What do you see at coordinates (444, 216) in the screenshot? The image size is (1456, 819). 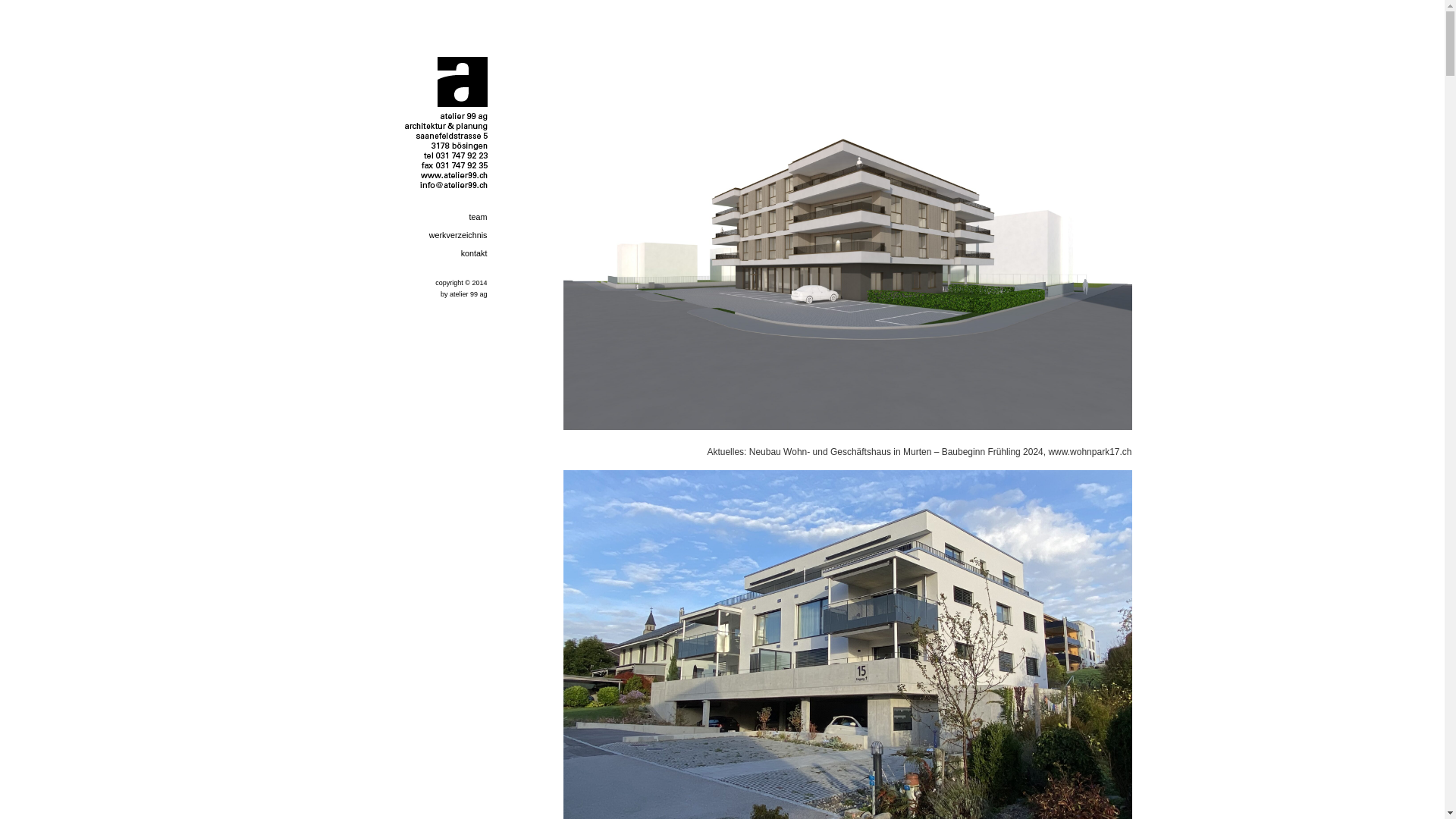 I see `'team'` at bounding box center [444, 216].